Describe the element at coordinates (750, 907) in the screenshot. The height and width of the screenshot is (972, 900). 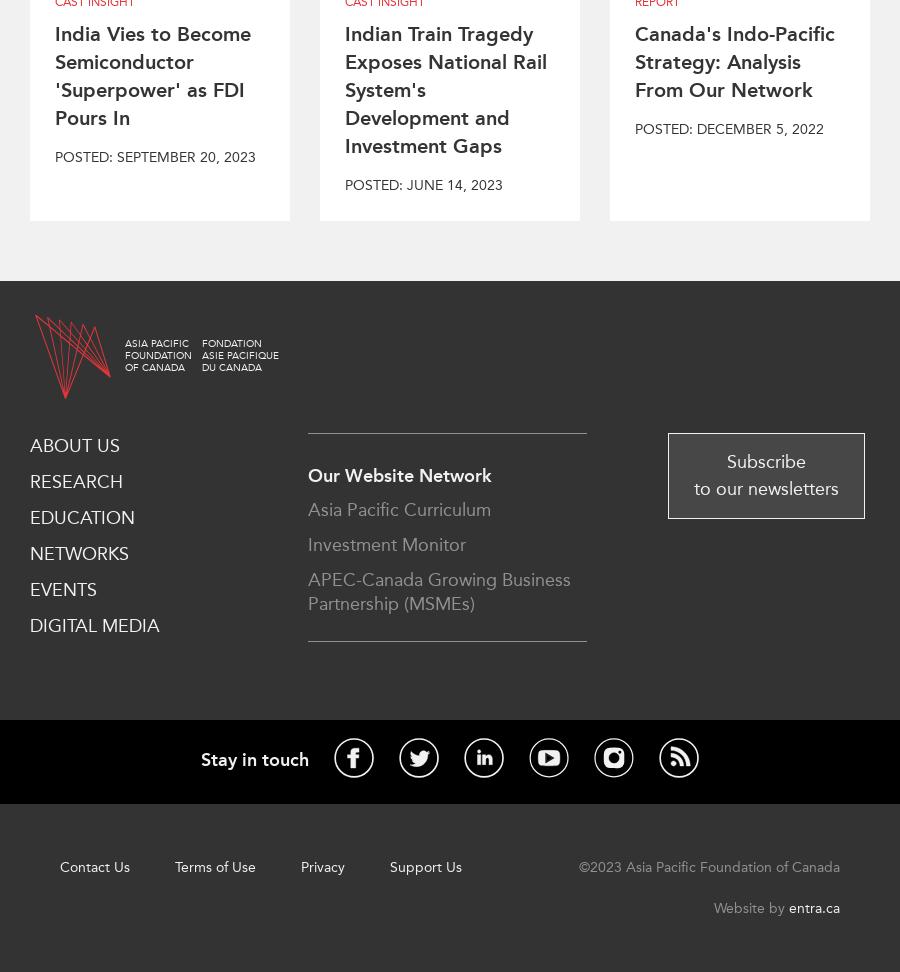
I see `'Website by'` at that location.